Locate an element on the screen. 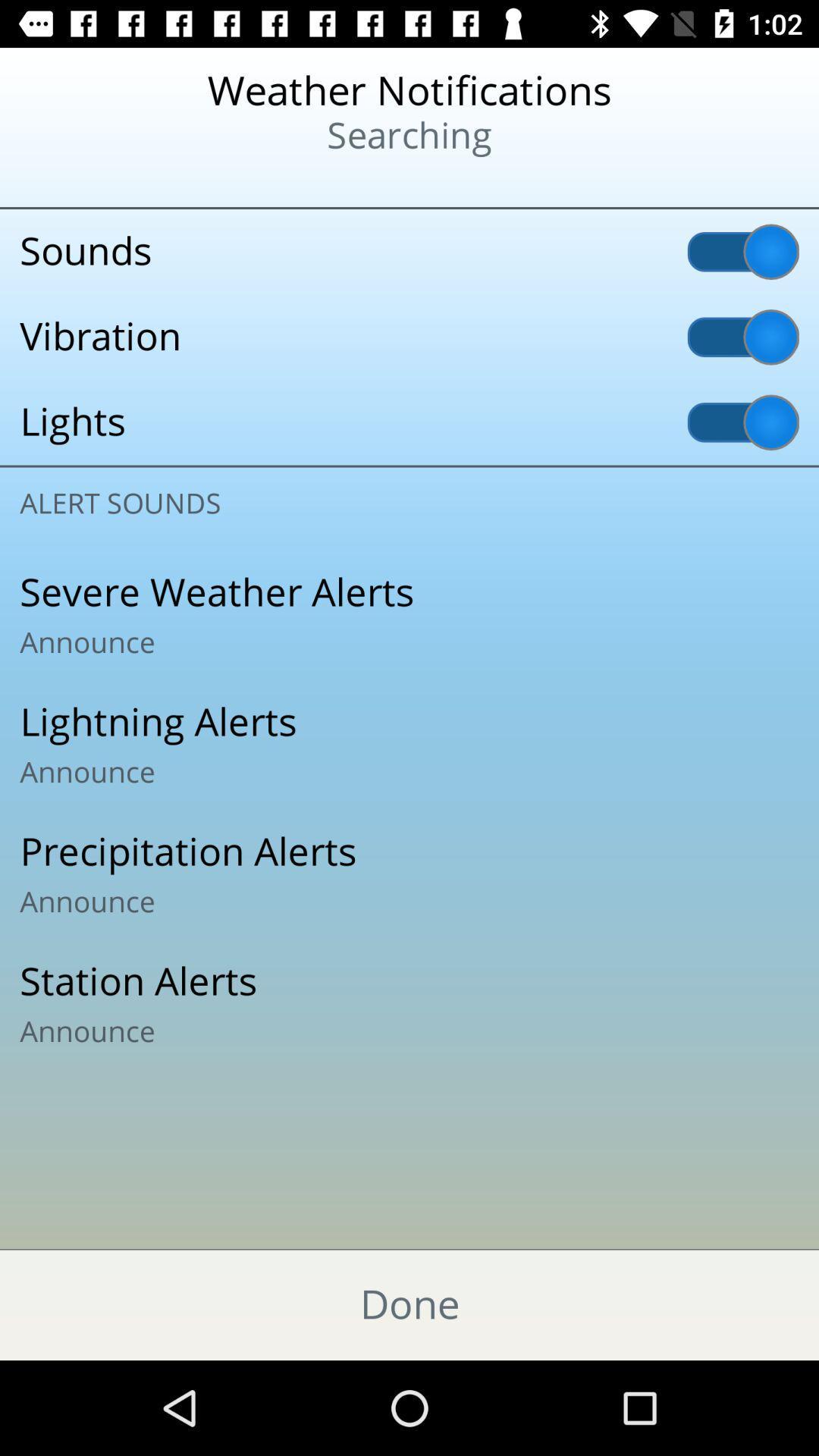 This screenshot has width=819, height=1456. the done icon is located at coordinates (409, 1304).